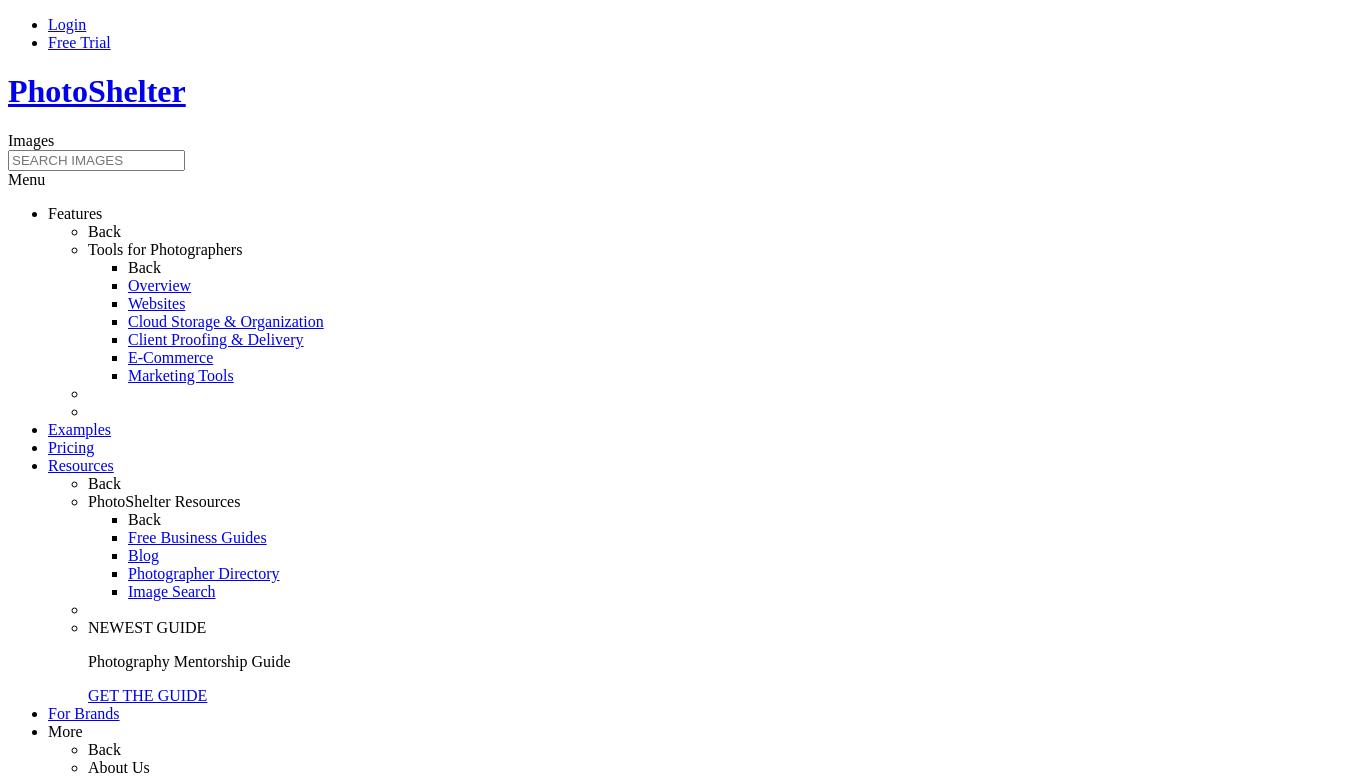  What do you see at coordinates (47, 712) in the screenshot?
I see `'For Brands'` at bounding box center [47, 712].